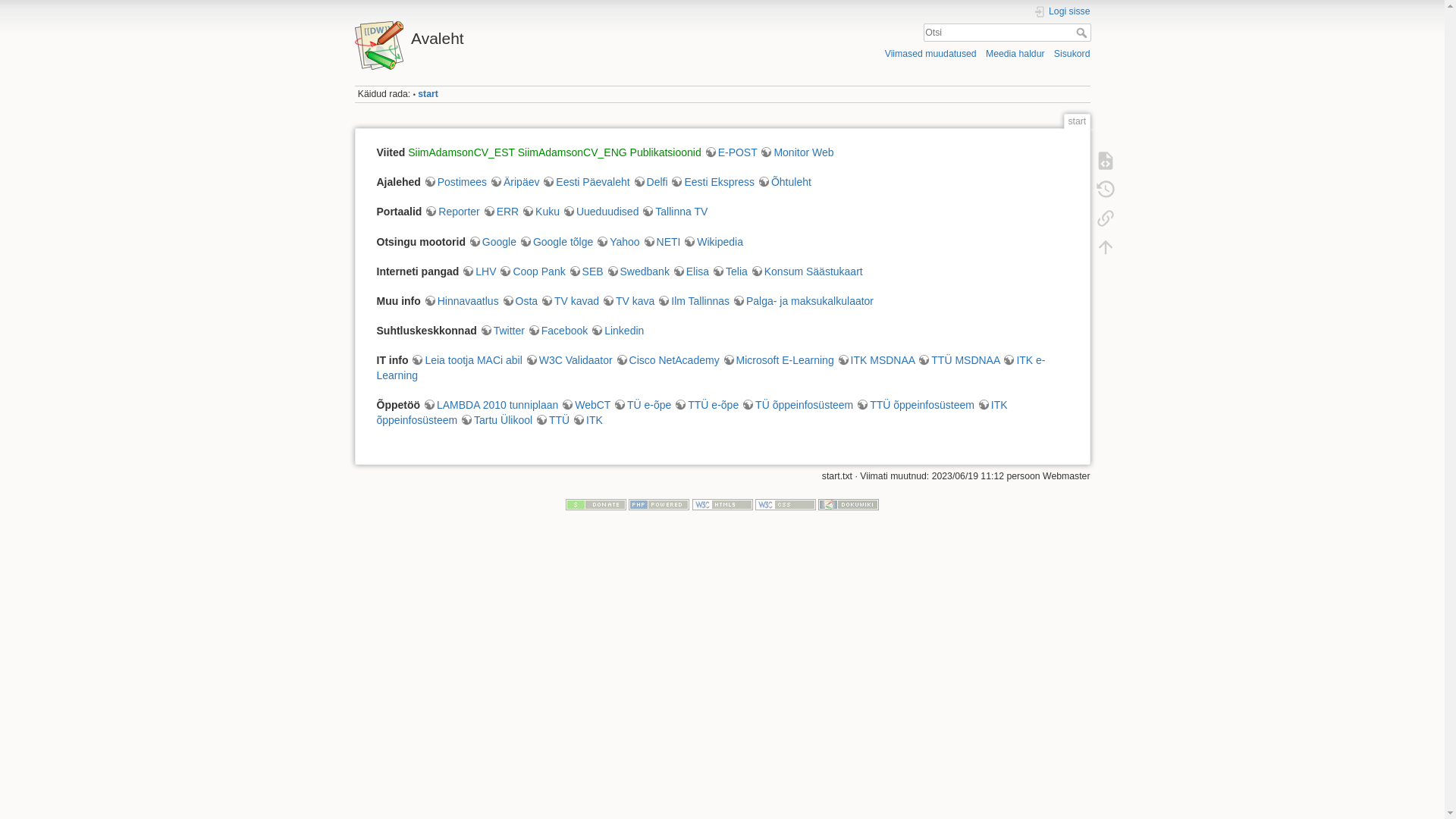 This screenshot has width=1456, height=819. I want to click on 'Tagasilingid', so click(1105, 218).